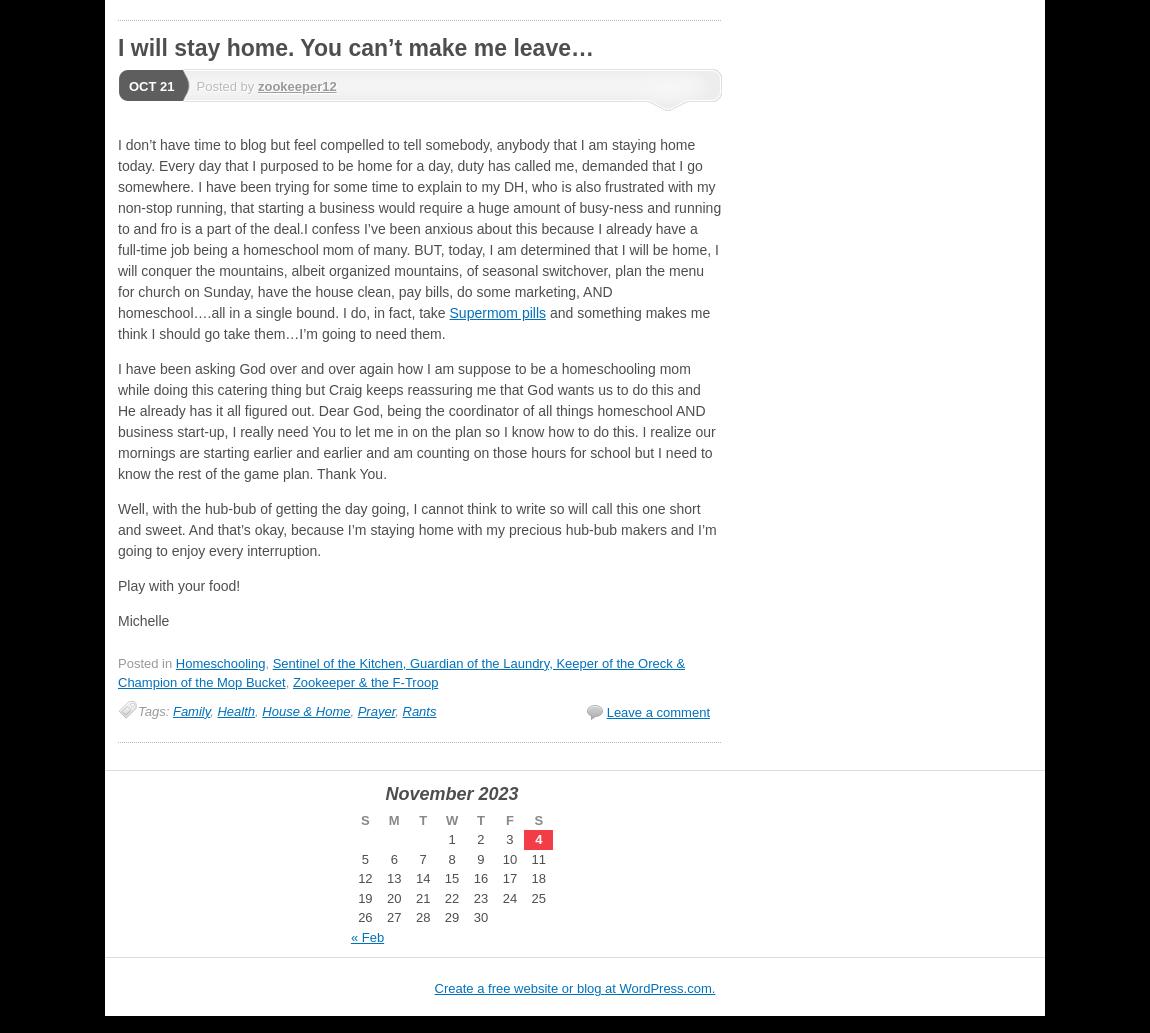  I want to click on 'Oct 21', so click(150, 86).